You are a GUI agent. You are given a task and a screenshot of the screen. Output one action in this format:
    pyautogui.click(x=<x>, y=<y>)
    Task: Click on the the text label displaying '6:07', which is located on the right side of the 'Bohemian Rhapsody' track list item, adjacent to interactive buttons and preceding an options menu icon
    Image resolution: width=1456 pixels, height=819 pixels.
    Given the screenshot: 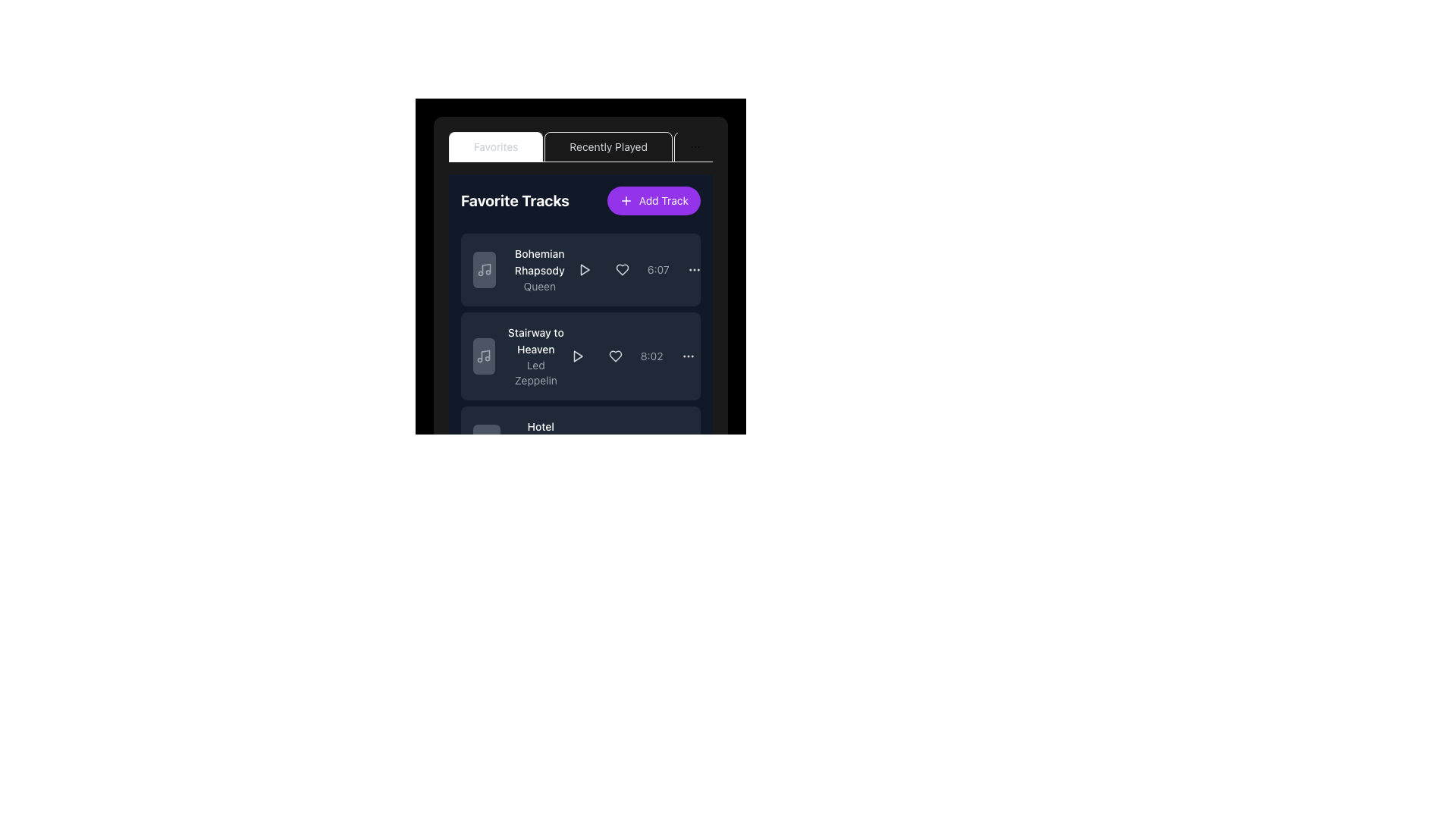 What is the action you would take?
    pyautogui.click(x=658, y=268)
    